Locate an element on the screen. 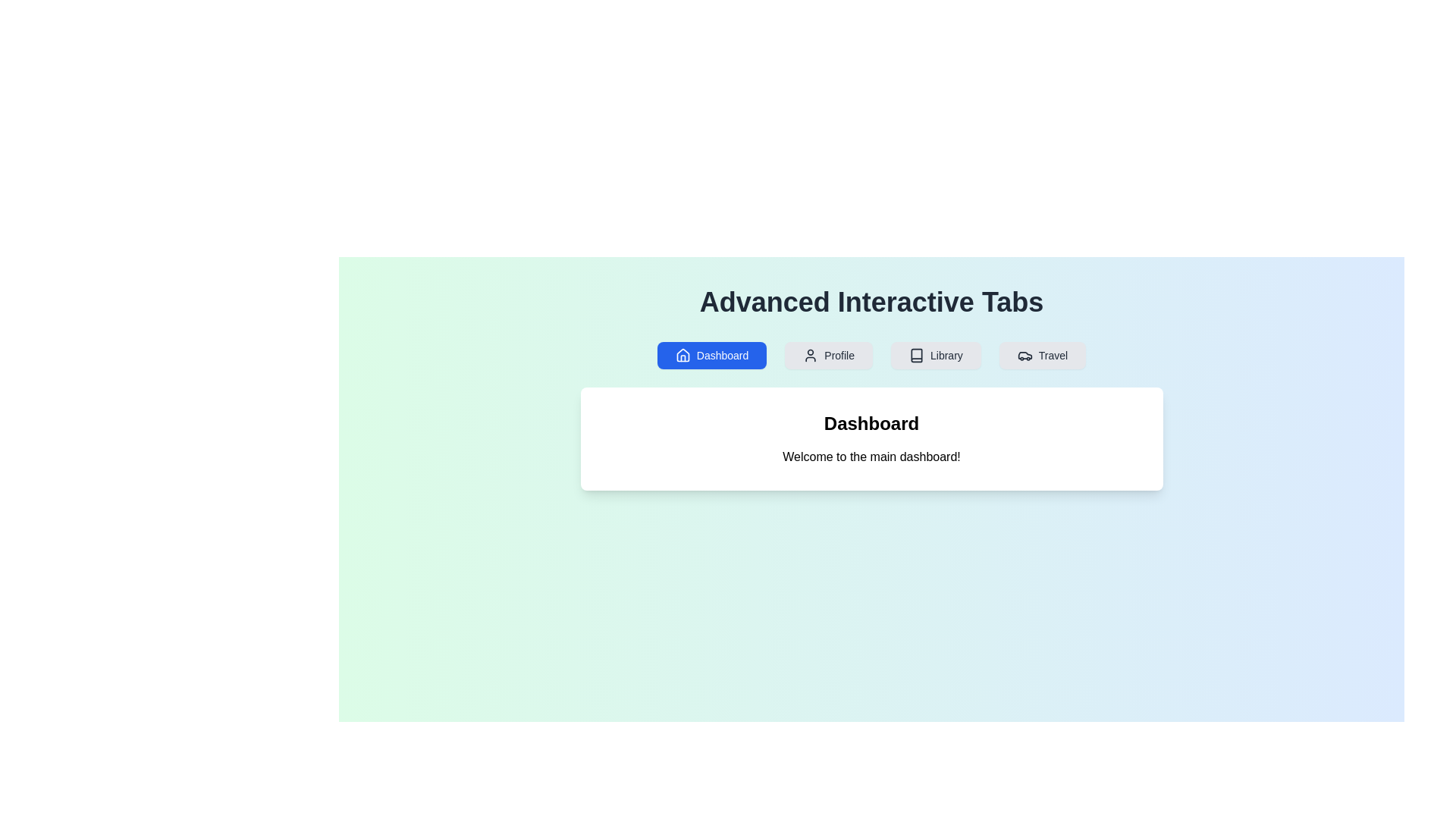  the outlined car icon representing the 'Travel' tab, which is the first graphical component in the rightmost navigation tab is located at coordinates (1025, 356).